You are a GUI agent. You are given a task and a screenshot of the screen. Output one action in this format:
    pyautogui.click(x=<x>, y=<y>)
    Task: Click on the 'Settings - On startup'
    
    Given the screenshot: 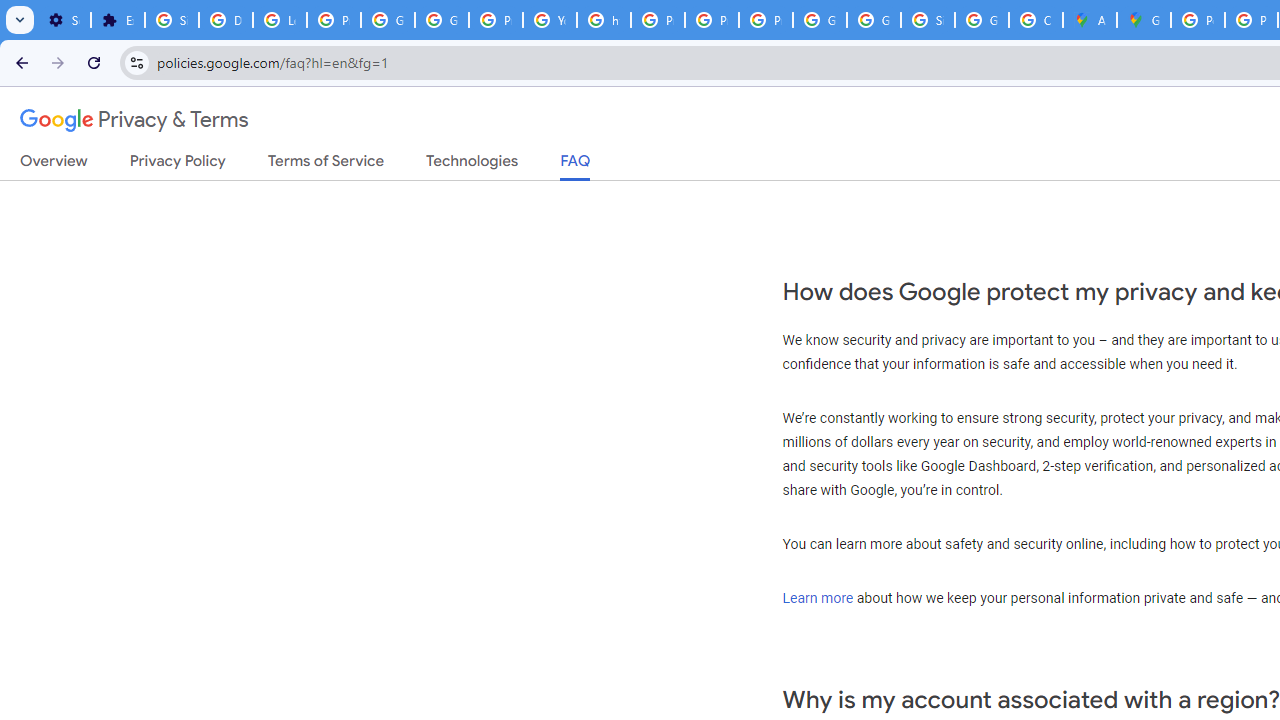 What is the action you would take?
    pyautogui.click(x=64, y=20)
    